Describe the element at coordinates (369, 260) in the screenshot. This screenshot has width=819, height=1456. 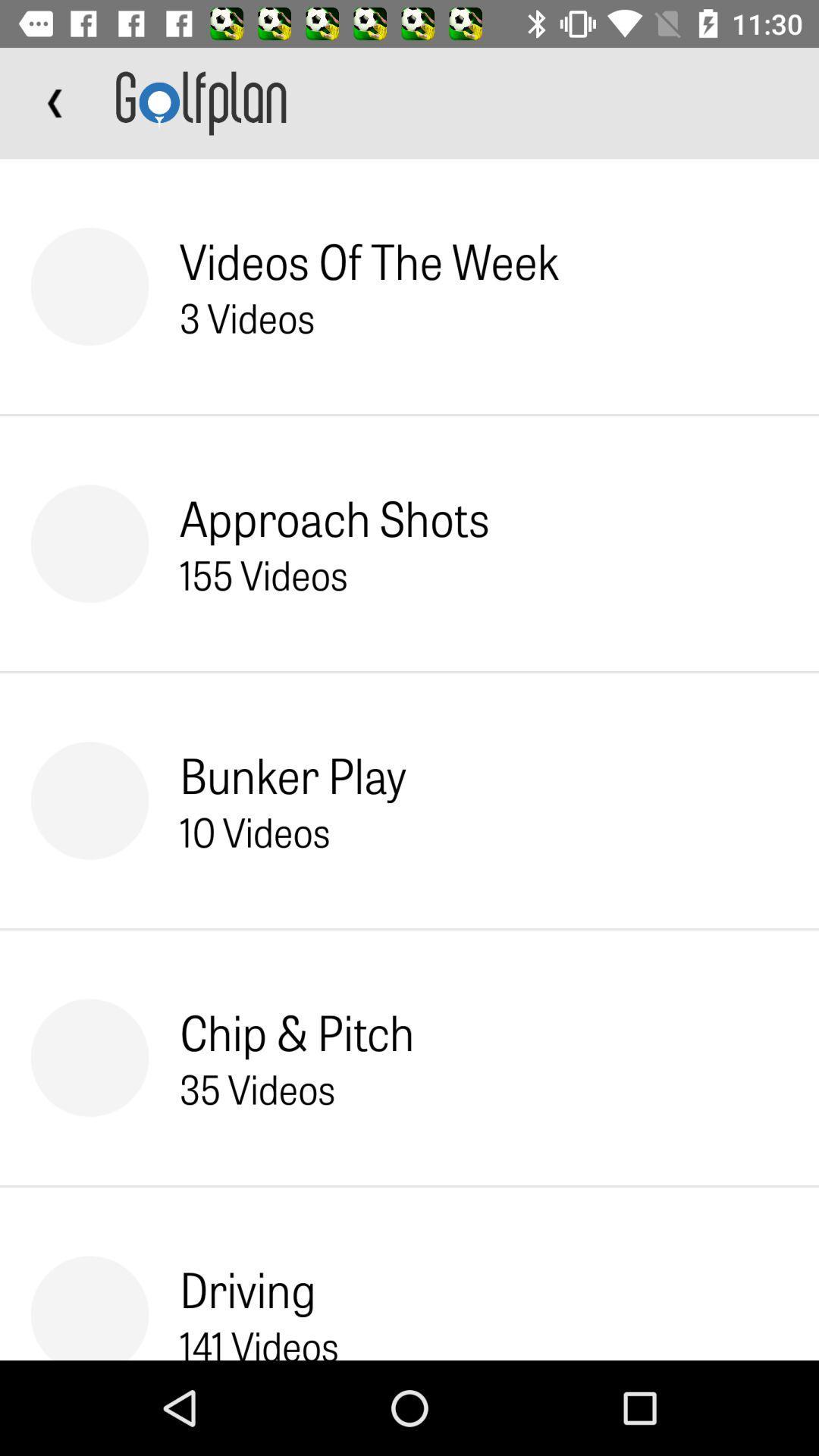
I see `the item above 3 videos` at that location.